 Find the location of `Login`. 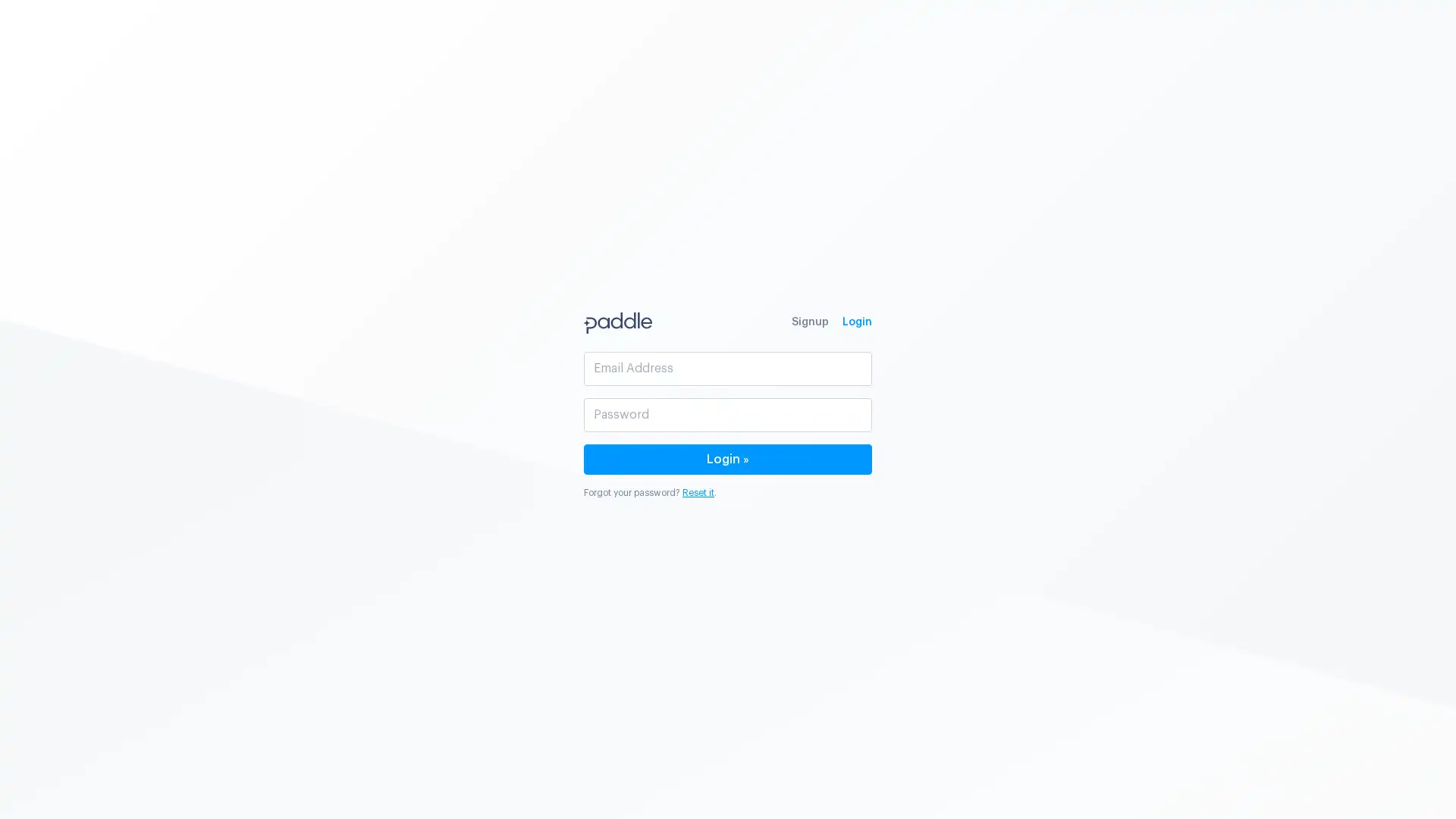

Login is located at coordinates (728, 458).